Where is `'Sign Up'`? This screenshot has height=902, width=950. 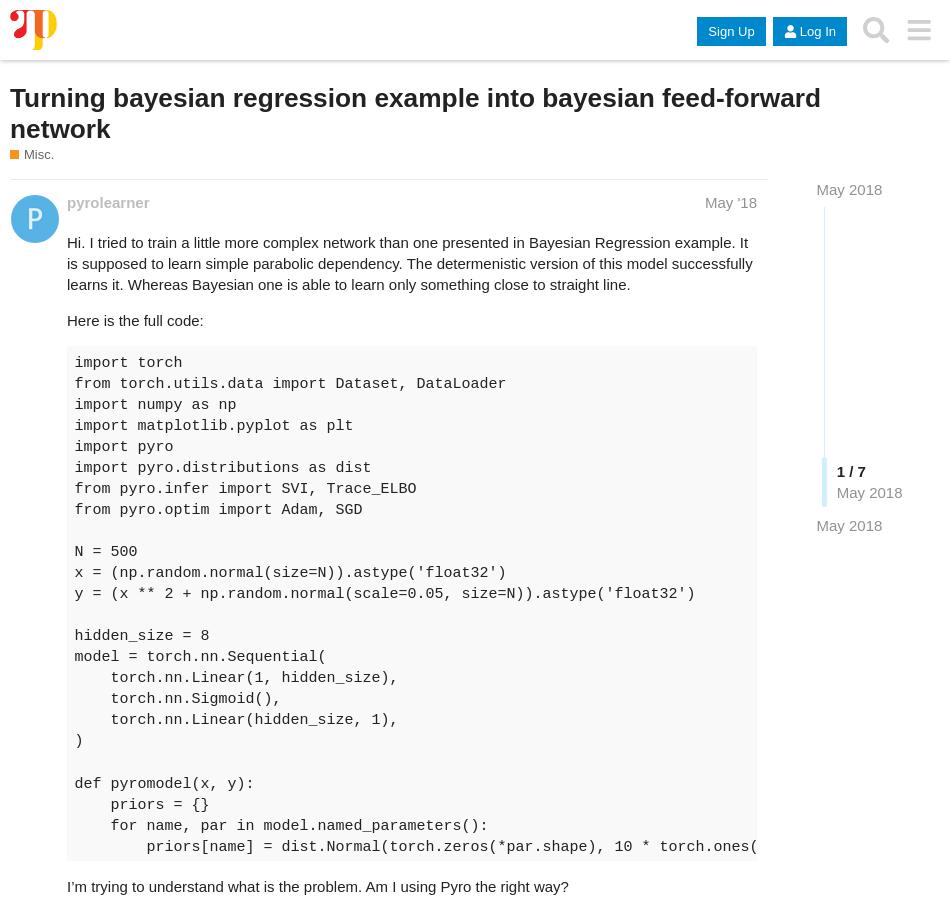 'Sign Up' is located at coordinates (708, 30).